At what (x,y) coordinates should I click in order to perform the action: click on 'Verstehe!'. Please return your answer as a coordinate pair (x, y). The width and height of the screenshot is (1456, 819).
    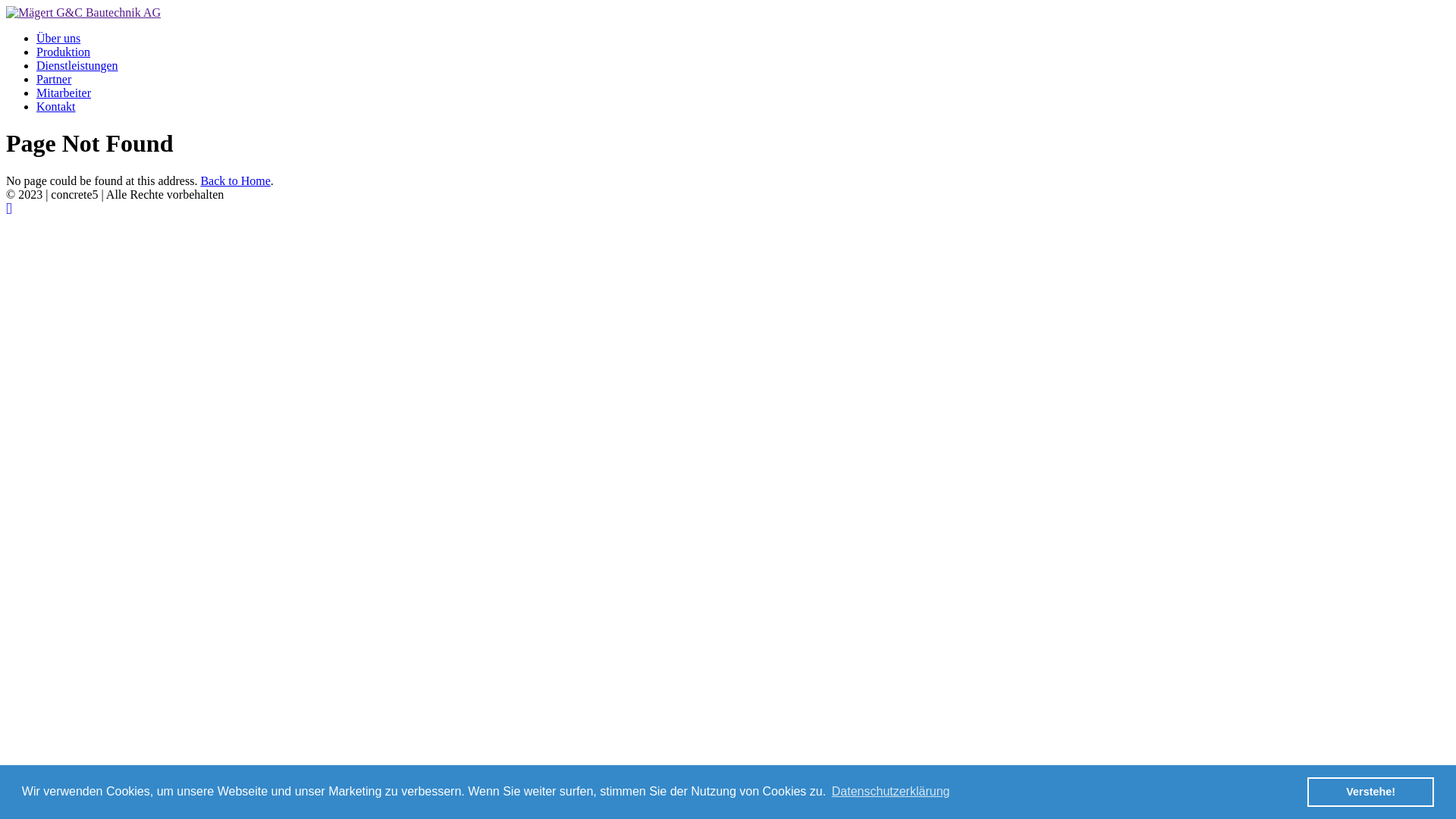
    Looking at the image, I should click on (1370, 791).